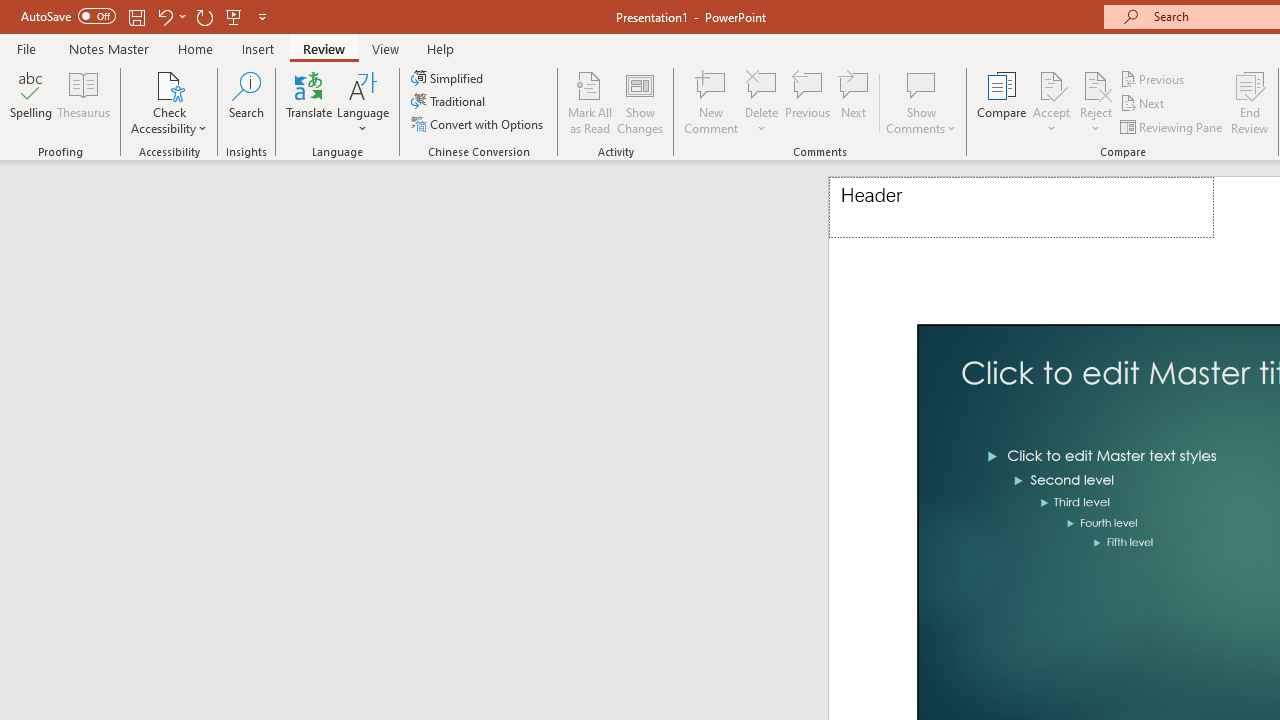 Image resolution: width=1280 pixels, height=720 pixels. What do you see at coordinates (308, 103) in the screenshot?
I see `'Translate'` at bounding box center [308, 103].